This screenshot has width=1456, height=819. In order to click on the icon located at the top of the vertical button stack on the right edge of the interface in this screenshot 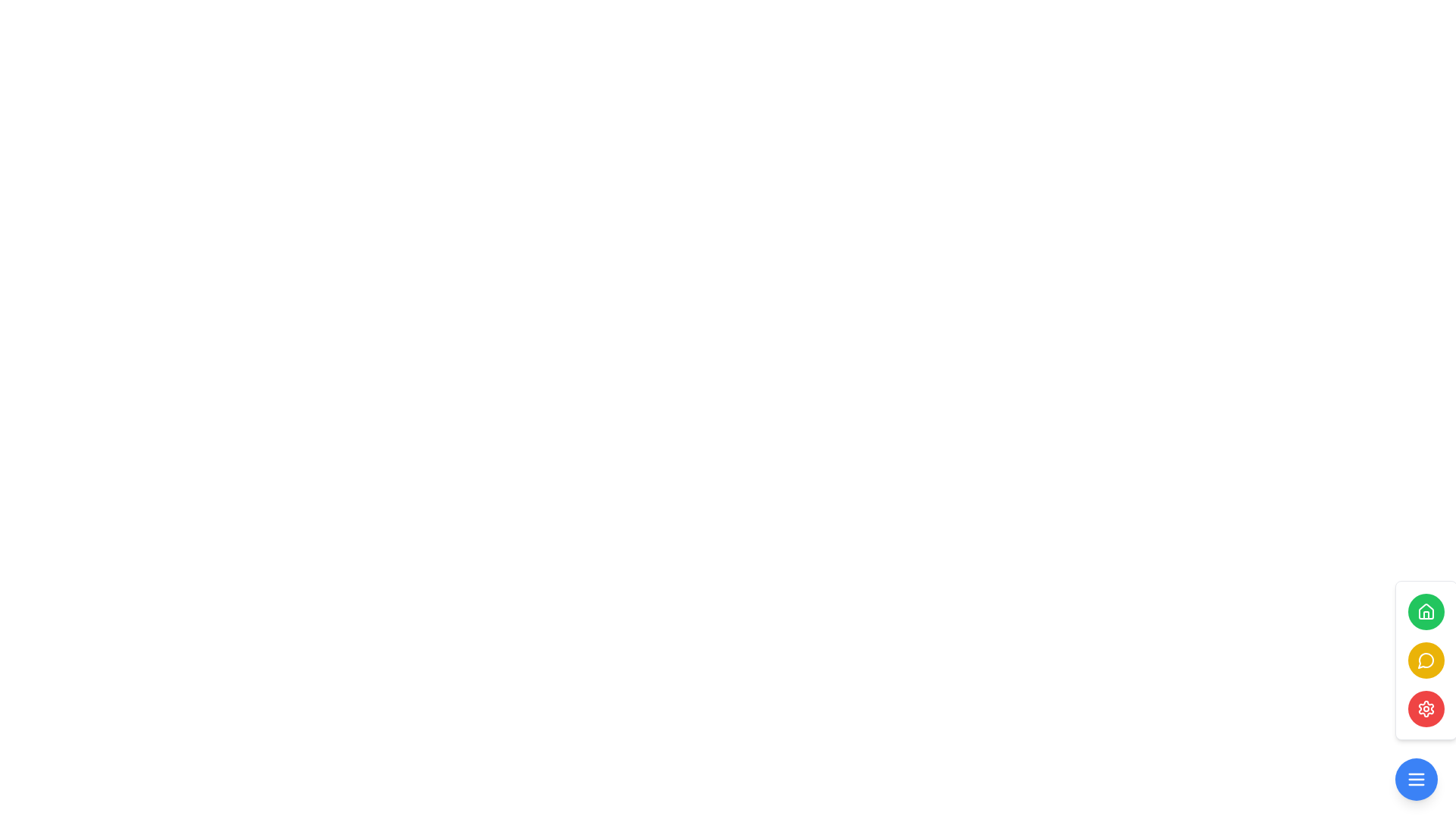, I will do `click(1426, 610)`.